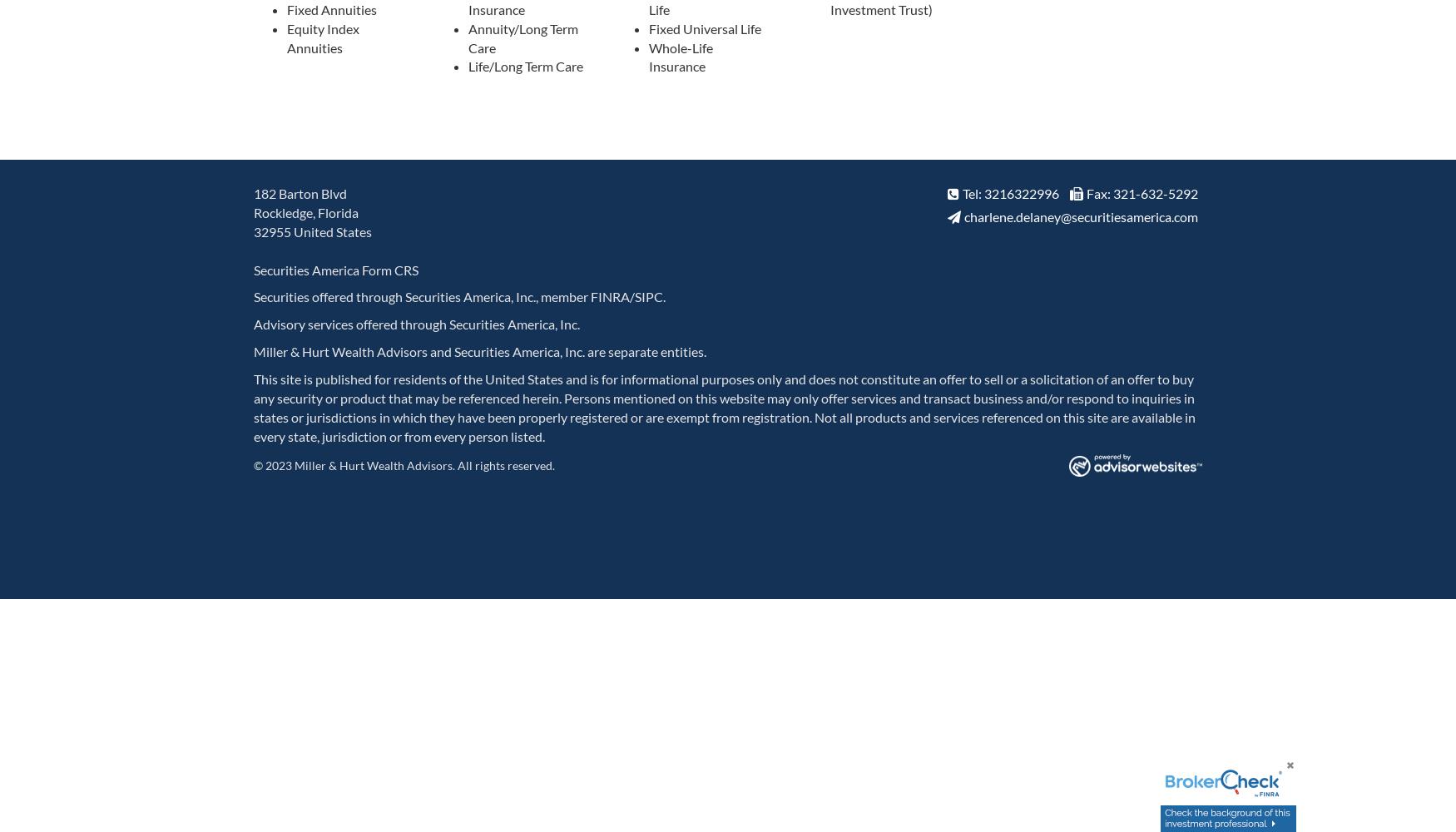 Image resolution: width=1456 pixels, height=832 pixels. What do you see at coordinates (479, 351) in the screenshot?
I see `'Miller & Hurt Wealth Advisors and Securities America, Inc. are separate entities.'` at bounding box center [479, 351].